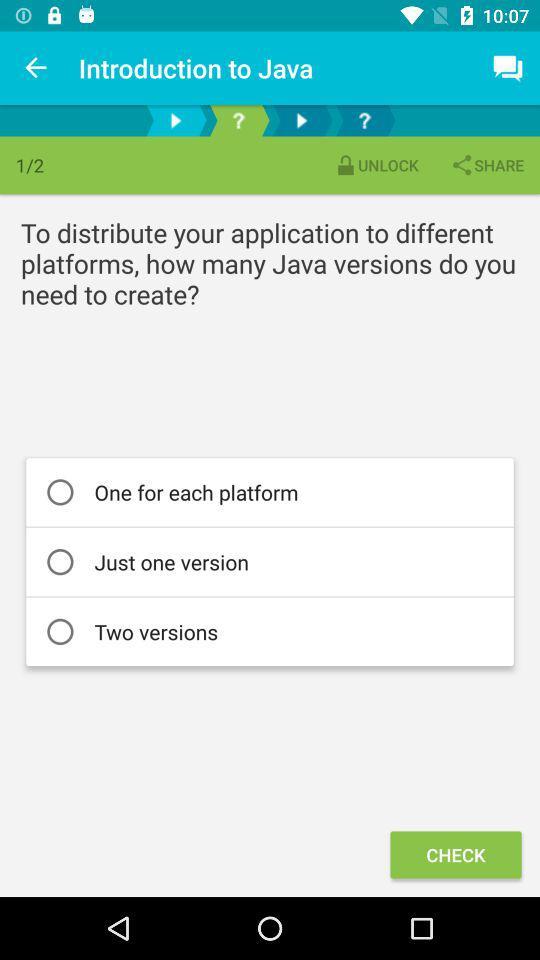 The image size is (540, 960). I want to click on move forward one page, so click(300, 120).